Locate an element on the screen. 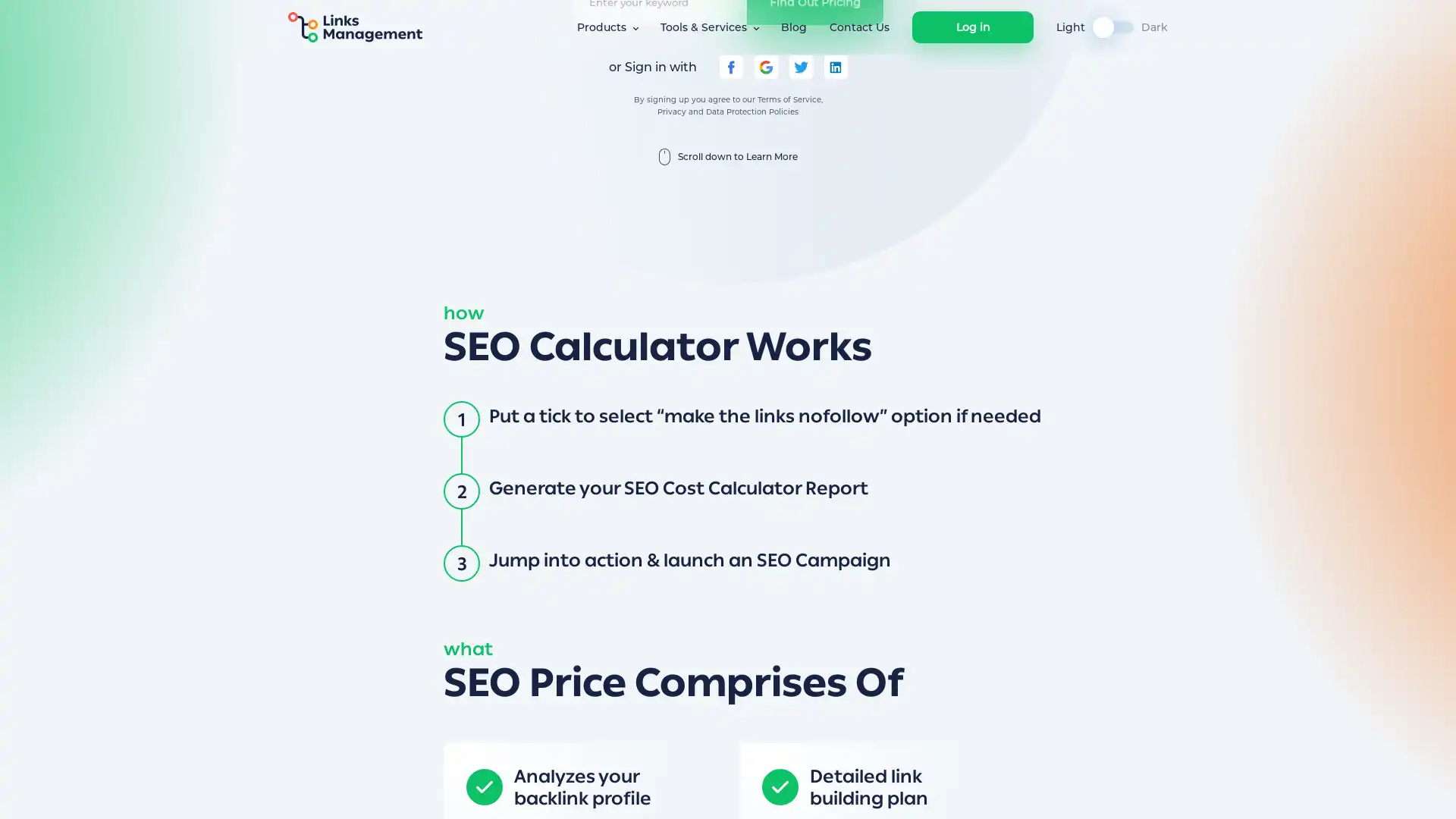 Image resolution: width=1456 pixels, height=819 pixels. Got It! is located at coordinates (1025, 792).